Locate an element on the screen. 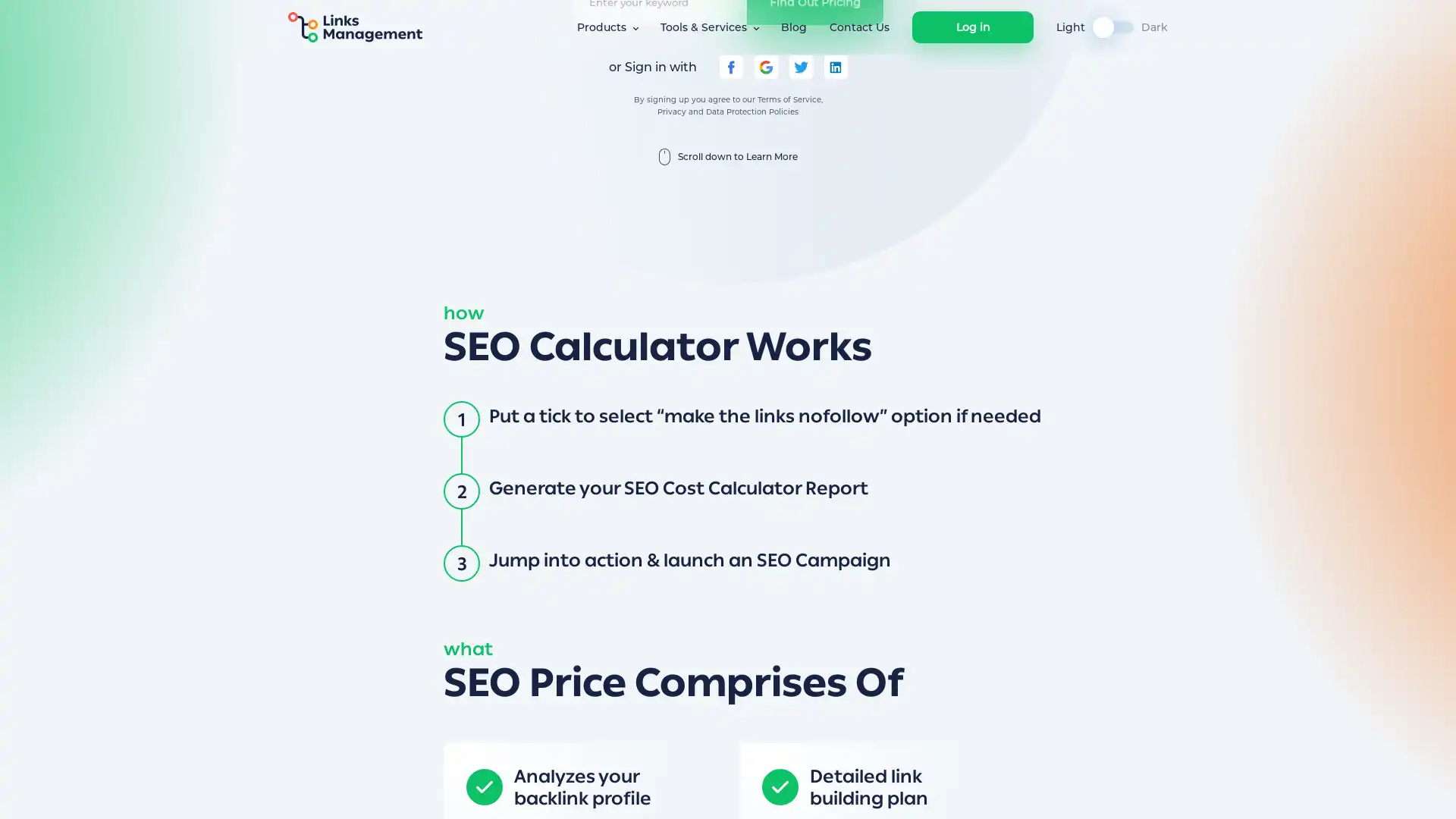 Image resolution: width=1456 pixels, height=819 pixels. Got It! is located at coordinates (1025, 792).